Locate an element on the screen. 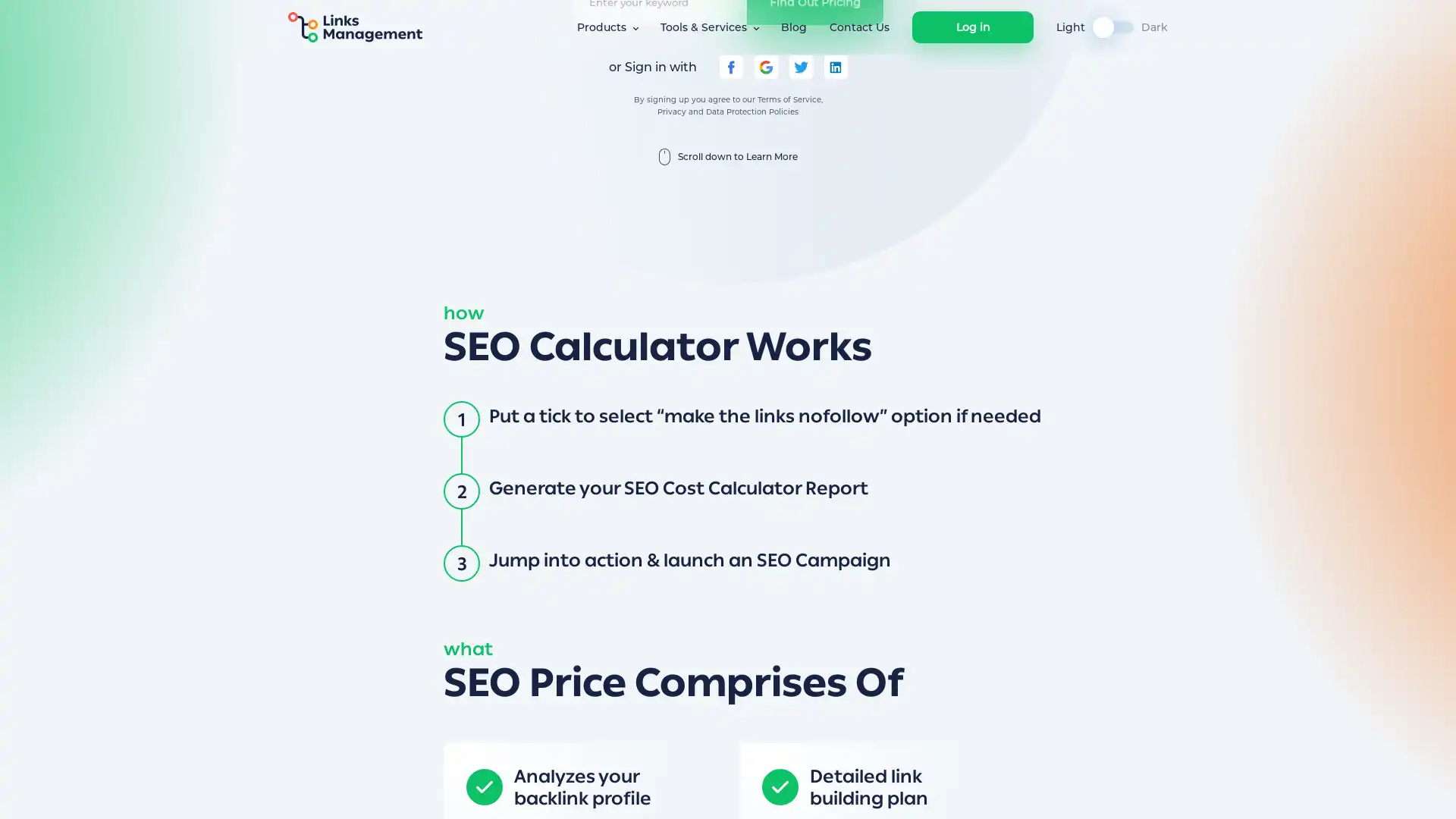 Image resolution: width=1456 pixels, height=819 pixels. Got It! is located at coordinates (1025, 792).